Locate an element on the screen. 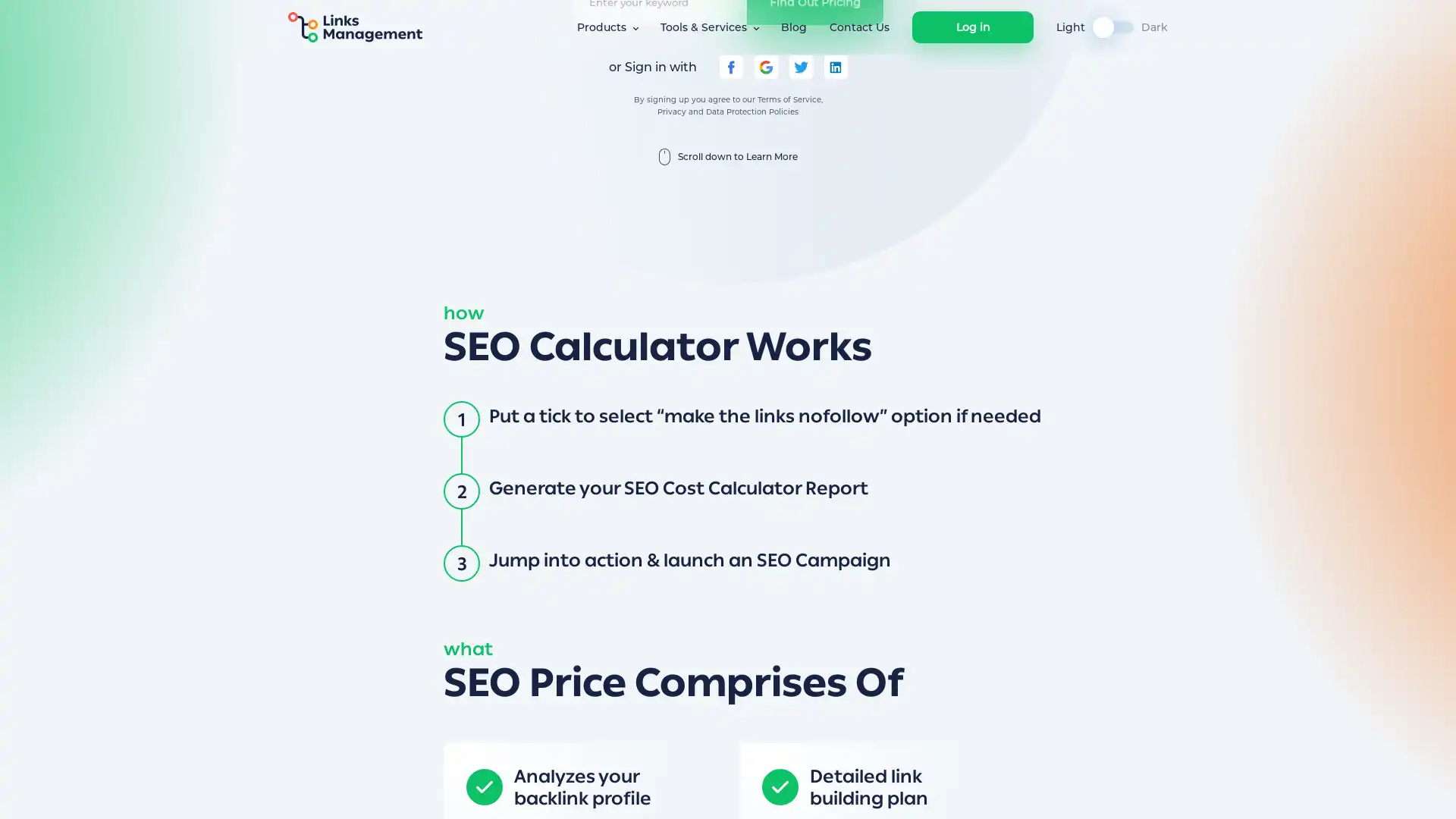 Image resolution: width=1456 pixels, height=819 pixels. Got It! is located at coordinates (1025, 792).